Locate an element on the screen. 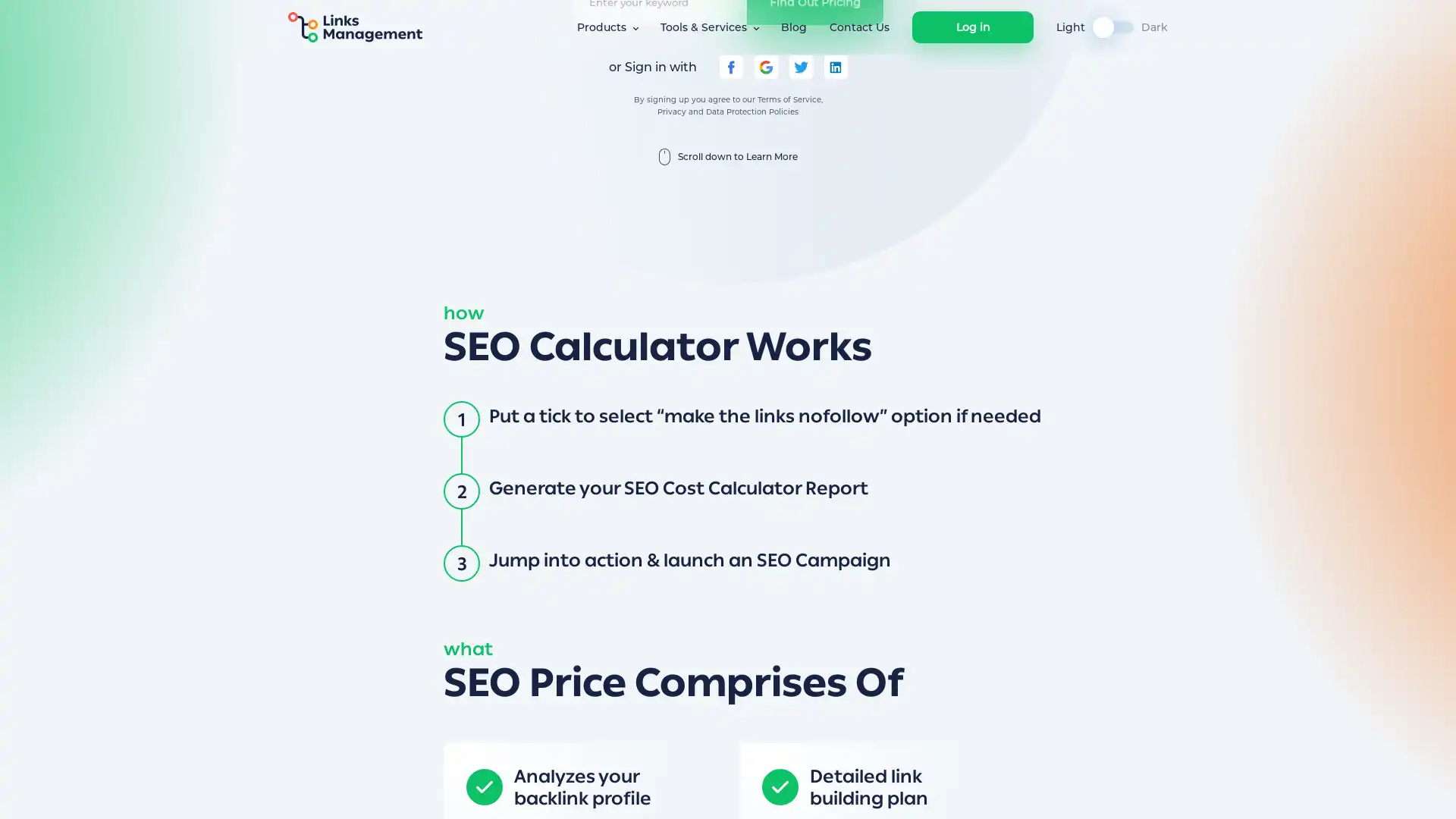 Image resolution: width=1456 pixels, height=819 pixels. Got It! is located at coordinates (1025, 792).